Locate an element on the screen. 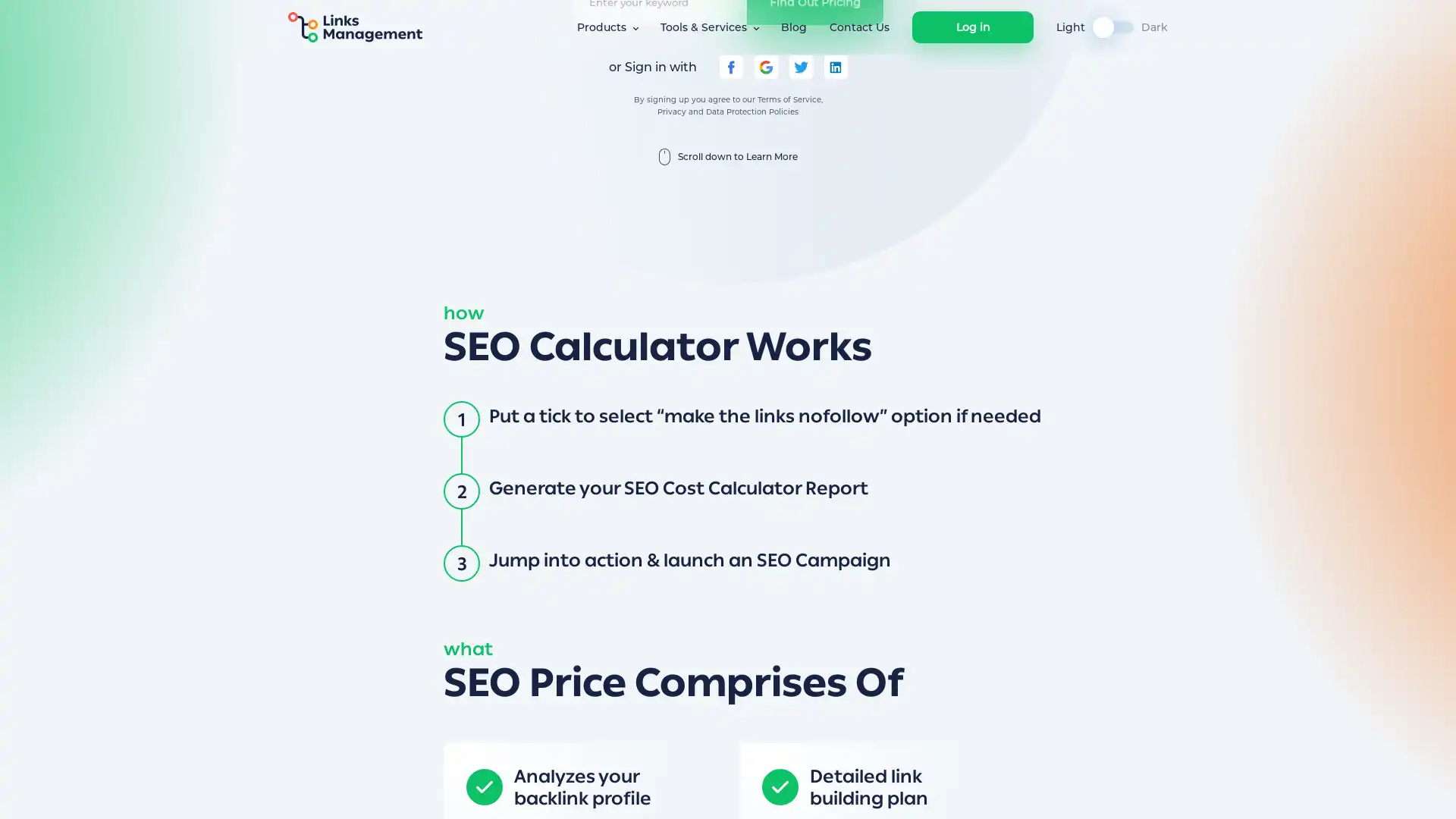 Image resolution: width=1456 pixels, height=819 pixels. Got It! is located at coordinates (1025, 792).